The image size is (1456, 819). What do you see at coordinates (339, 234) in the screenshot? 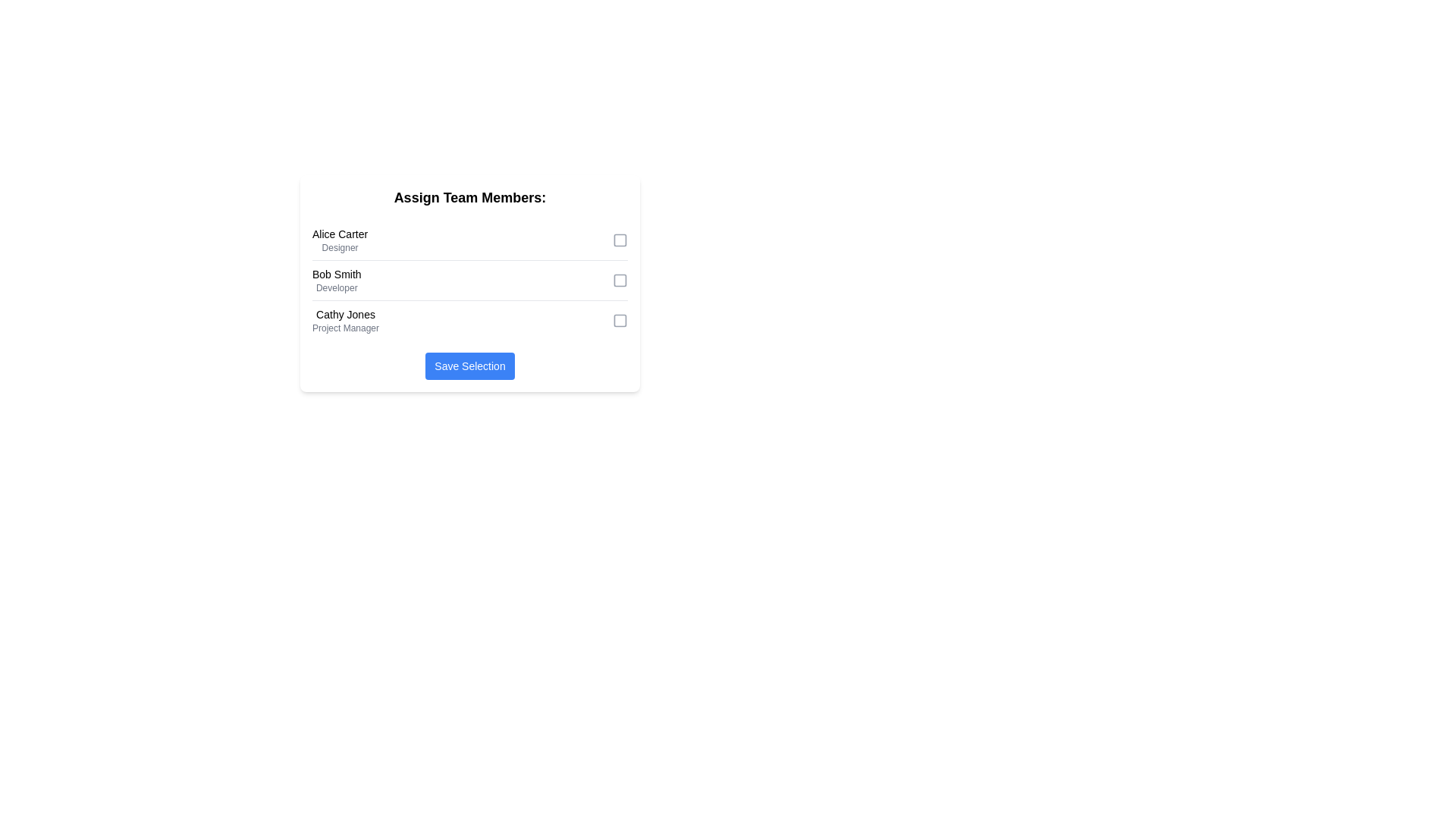
I see `text displayed on the Label showing 'Alice Carter', which is located above the title 'Designer' in the 'Assign Team Members' card` at bounding box center [339, 234].